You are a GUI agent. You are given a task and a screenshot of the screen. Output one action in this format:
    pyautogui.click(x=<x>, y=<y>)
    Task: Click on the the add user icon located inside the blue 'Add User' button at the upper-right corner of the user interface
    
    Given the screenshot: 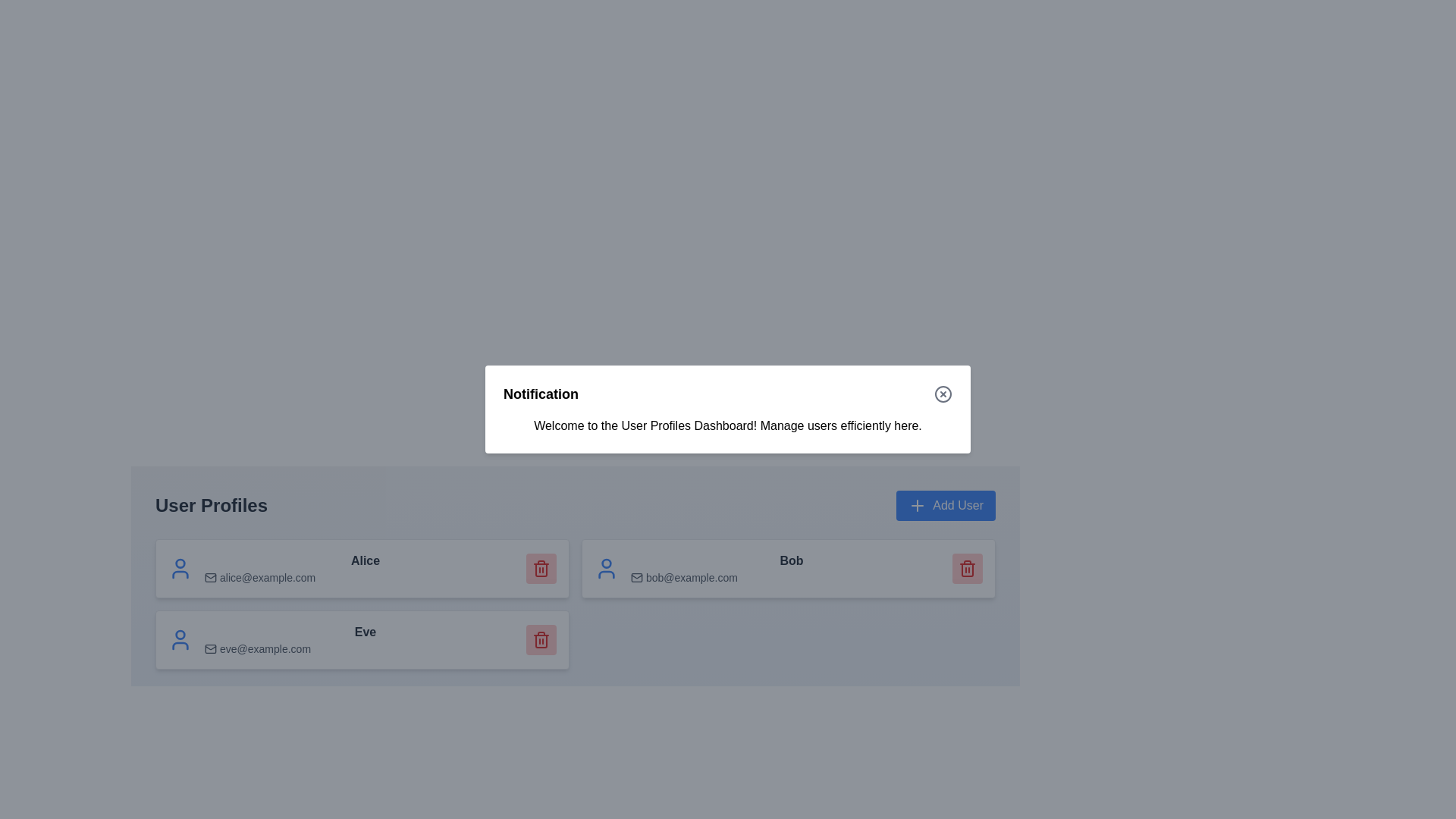 What is the action you would take?
    pyautogui.click(x=917, y=506)
    